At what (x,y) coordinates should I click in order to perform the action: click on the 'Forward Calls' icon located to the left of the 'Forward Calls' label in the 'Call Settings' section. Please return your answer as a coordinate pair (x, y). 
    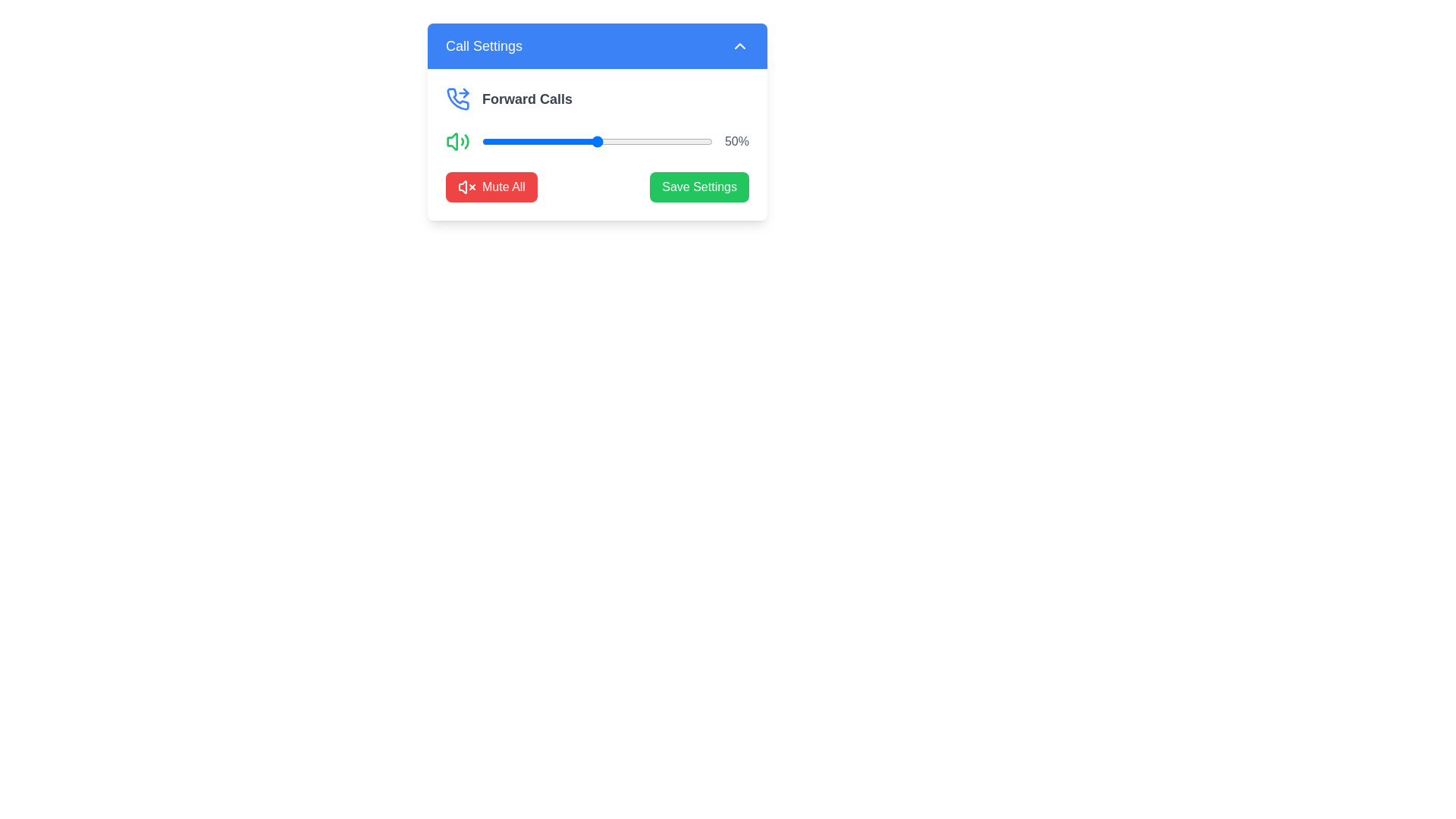
    Looking at the image, I should click on (457, 99).